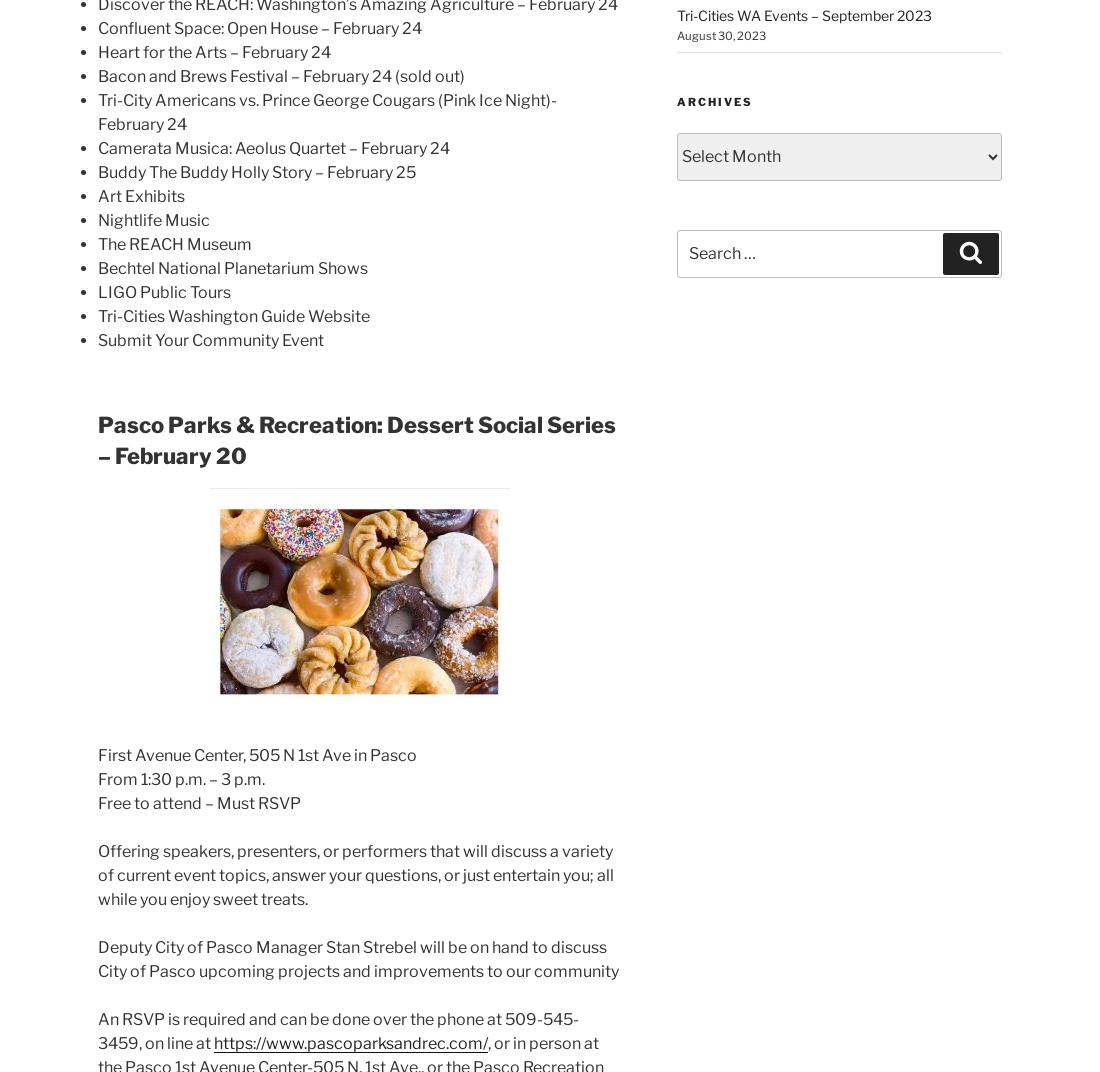  What do you see at coordinates (98, 220) in the screenshot?
I see `'Nightlife Music'` at bounding box center [98, 220].